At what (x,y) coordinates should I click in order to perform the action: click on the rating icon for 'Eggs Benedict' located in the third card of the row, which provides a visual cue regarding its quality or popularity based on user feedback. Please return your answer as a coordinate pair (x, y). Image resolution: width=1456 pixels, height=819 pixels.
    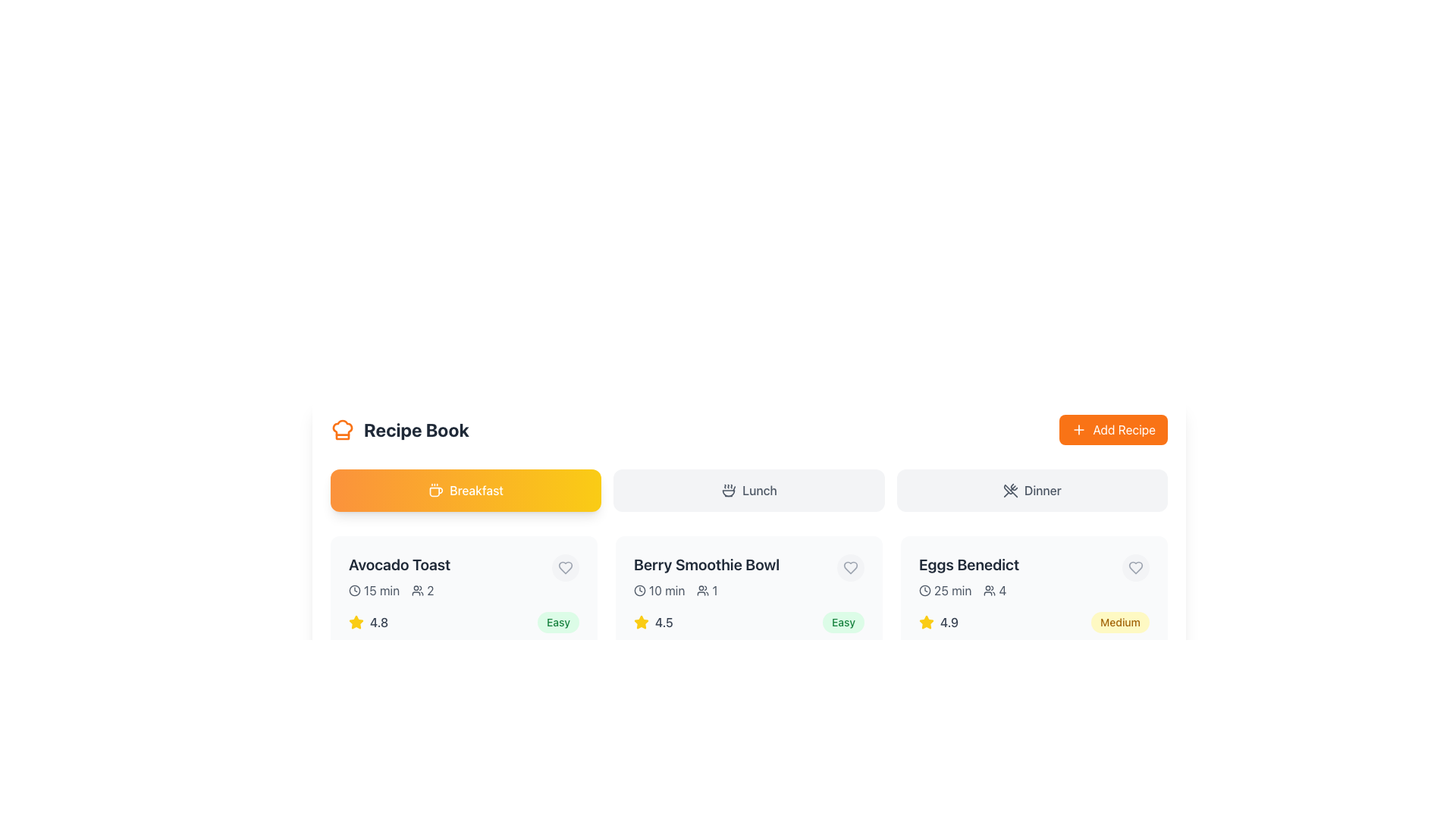
    Looking at the image, I should click on (938, 623).